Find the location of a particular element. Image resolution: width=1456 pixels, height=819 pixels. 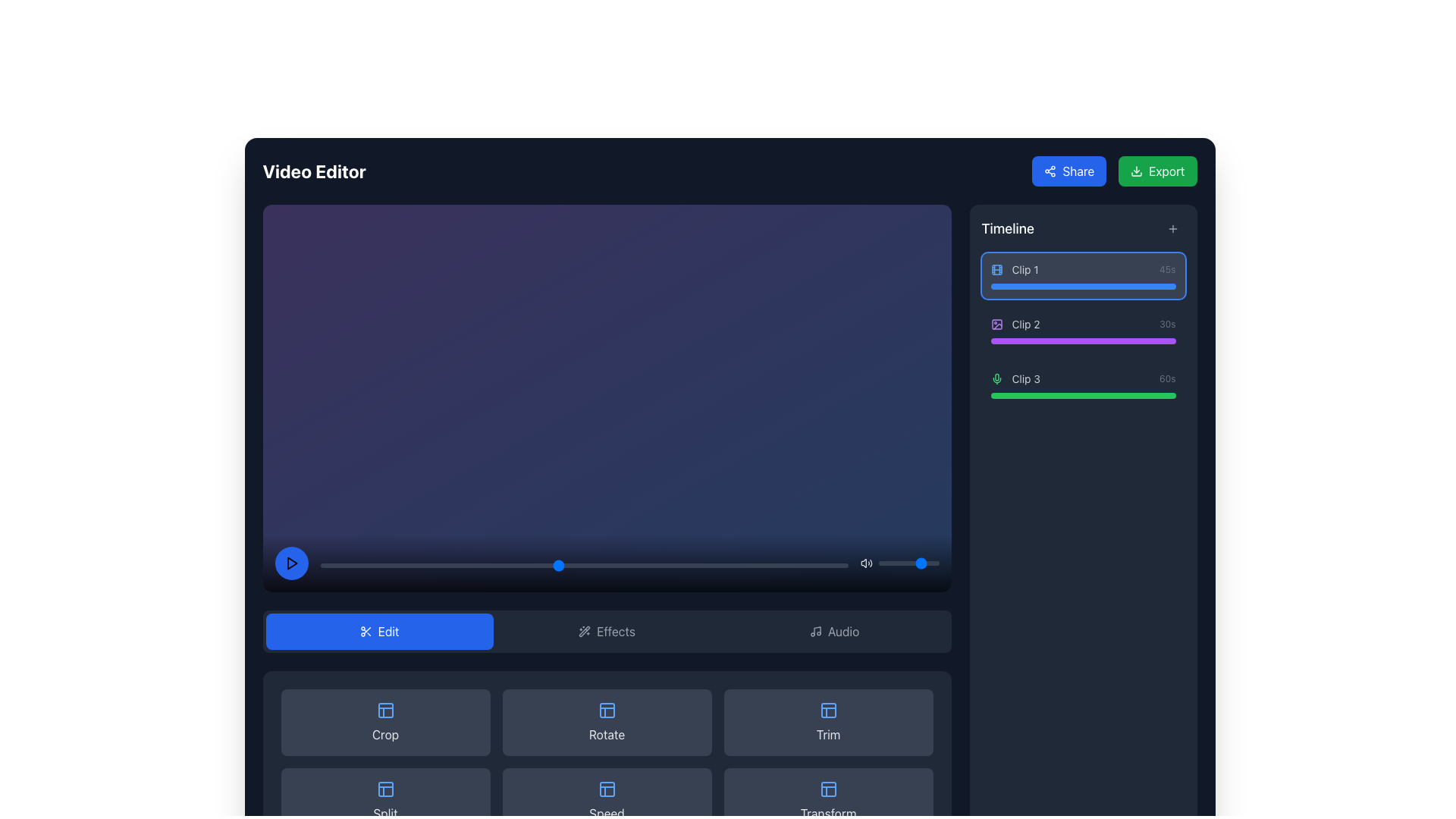

the small rounded rectangle with a blue background located inside the grid layout in the editing controls section is located at coordinates (607, 710).